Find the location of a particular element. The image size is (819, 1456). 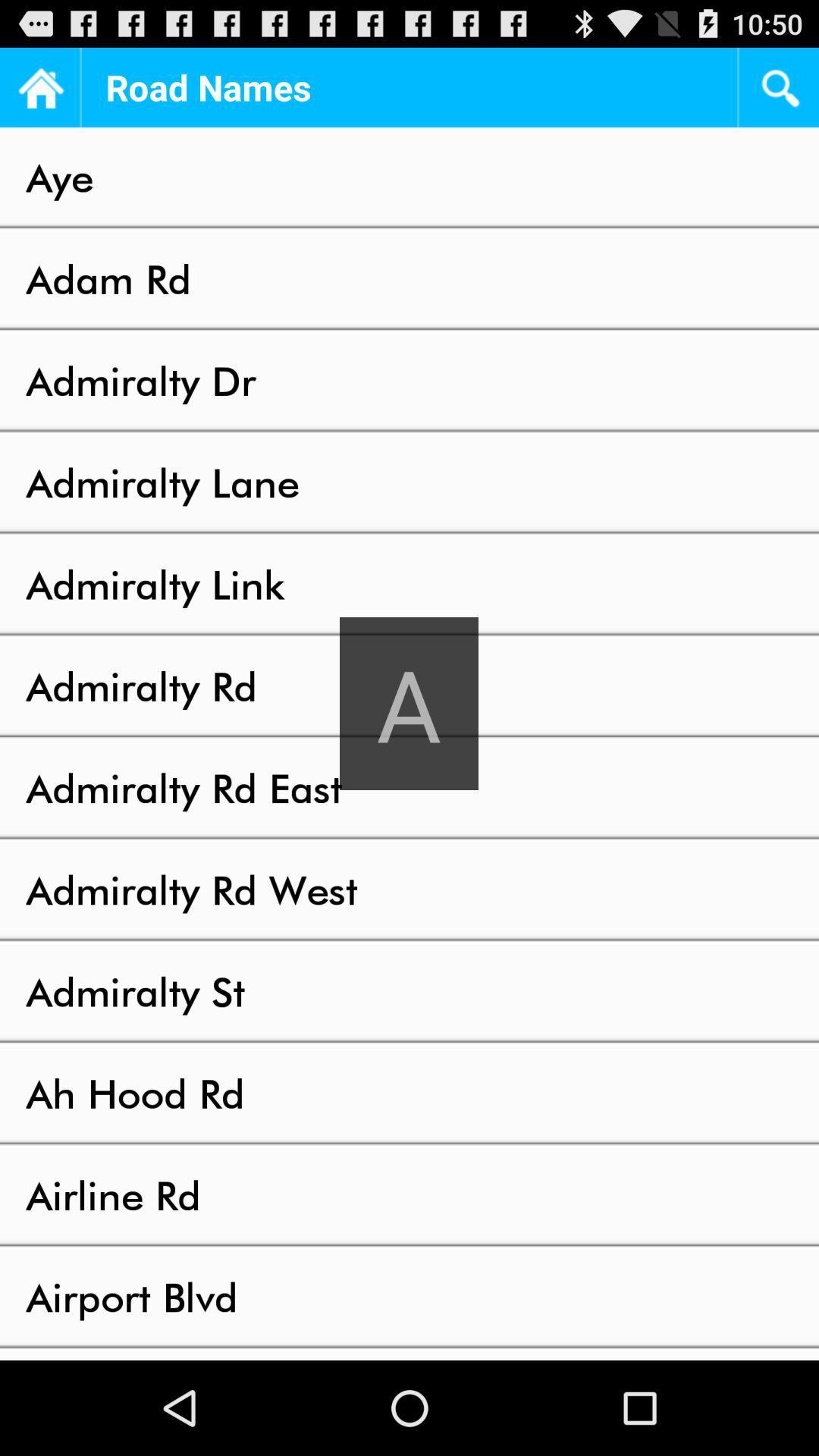

search icon which is at top right side of the page is located at coordinates (779, 86).